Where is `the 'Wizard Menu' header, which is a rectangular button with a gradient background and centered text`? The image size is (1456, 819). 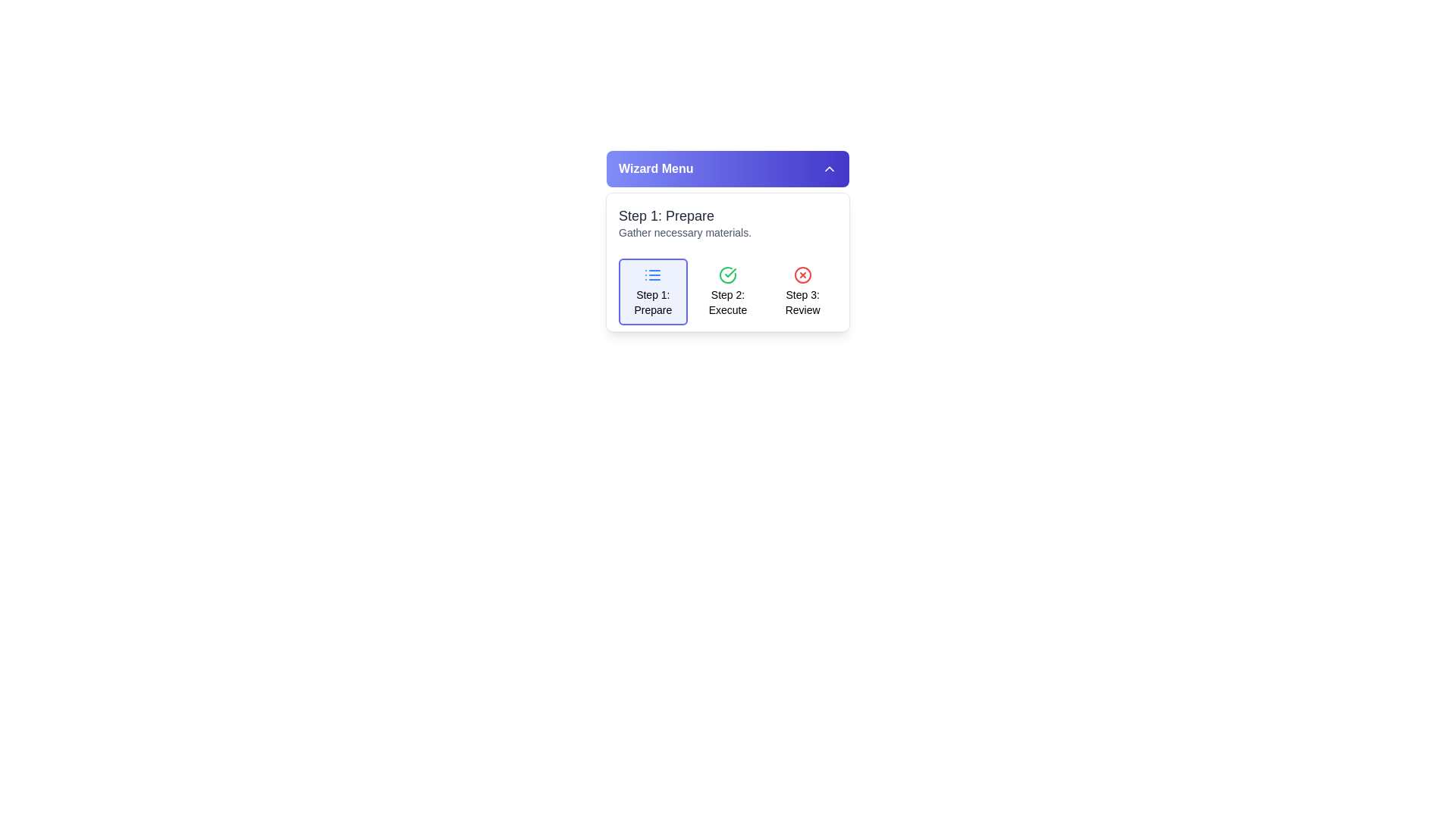
the 'Wizard Menu' header, which is a rectangular button with a gradient background and centered text is located at coordinates (728, 169).